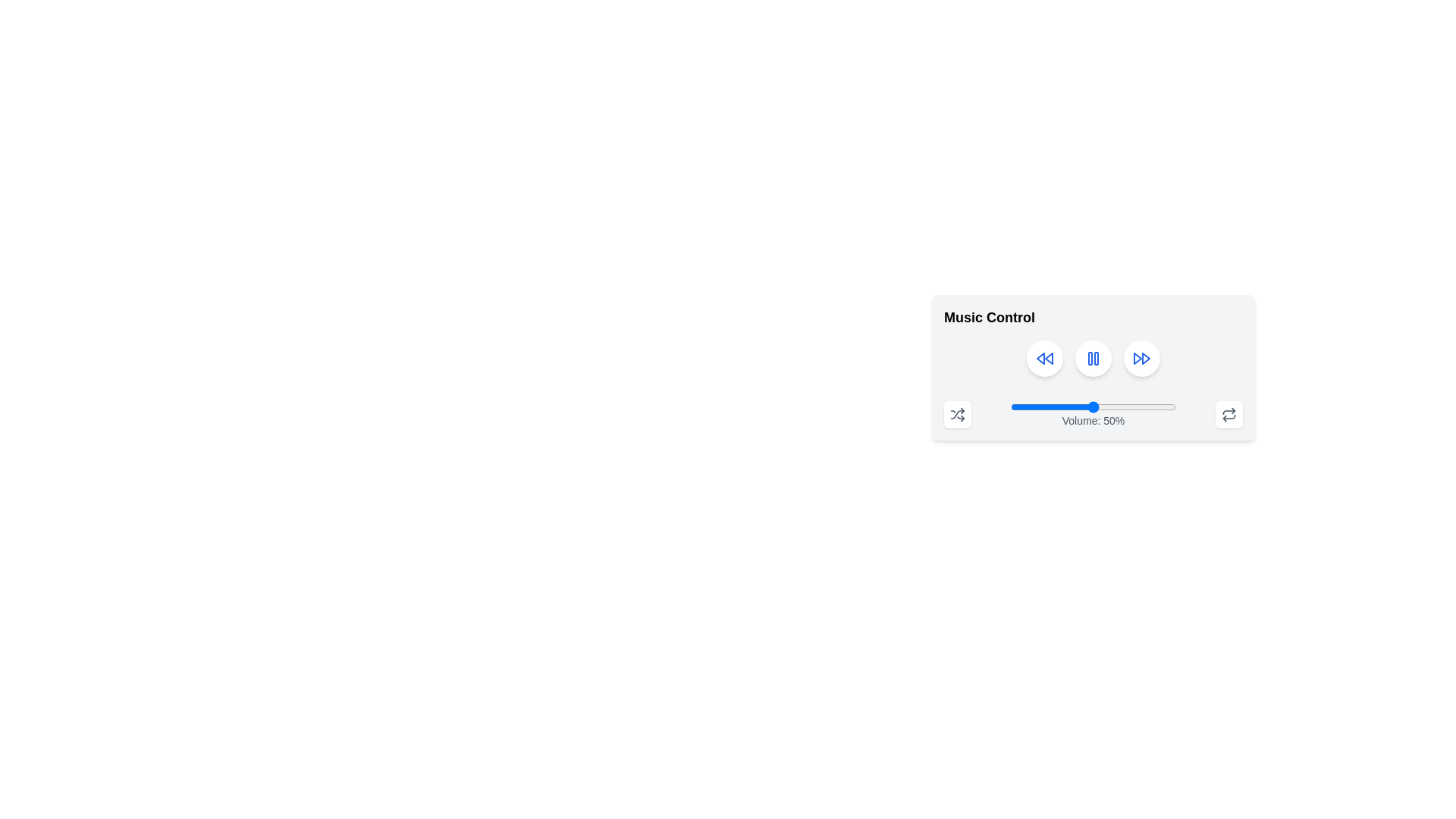 This screenshot has height=819, width=1456. What do you see at coordinates (1146, 359) in the screenshot?
I see `the triangular-shaped blue graphical icon component that represents the right arrowhead of the 'skip forward' button in the Music Control panel` at bounding box center [1146, 359].